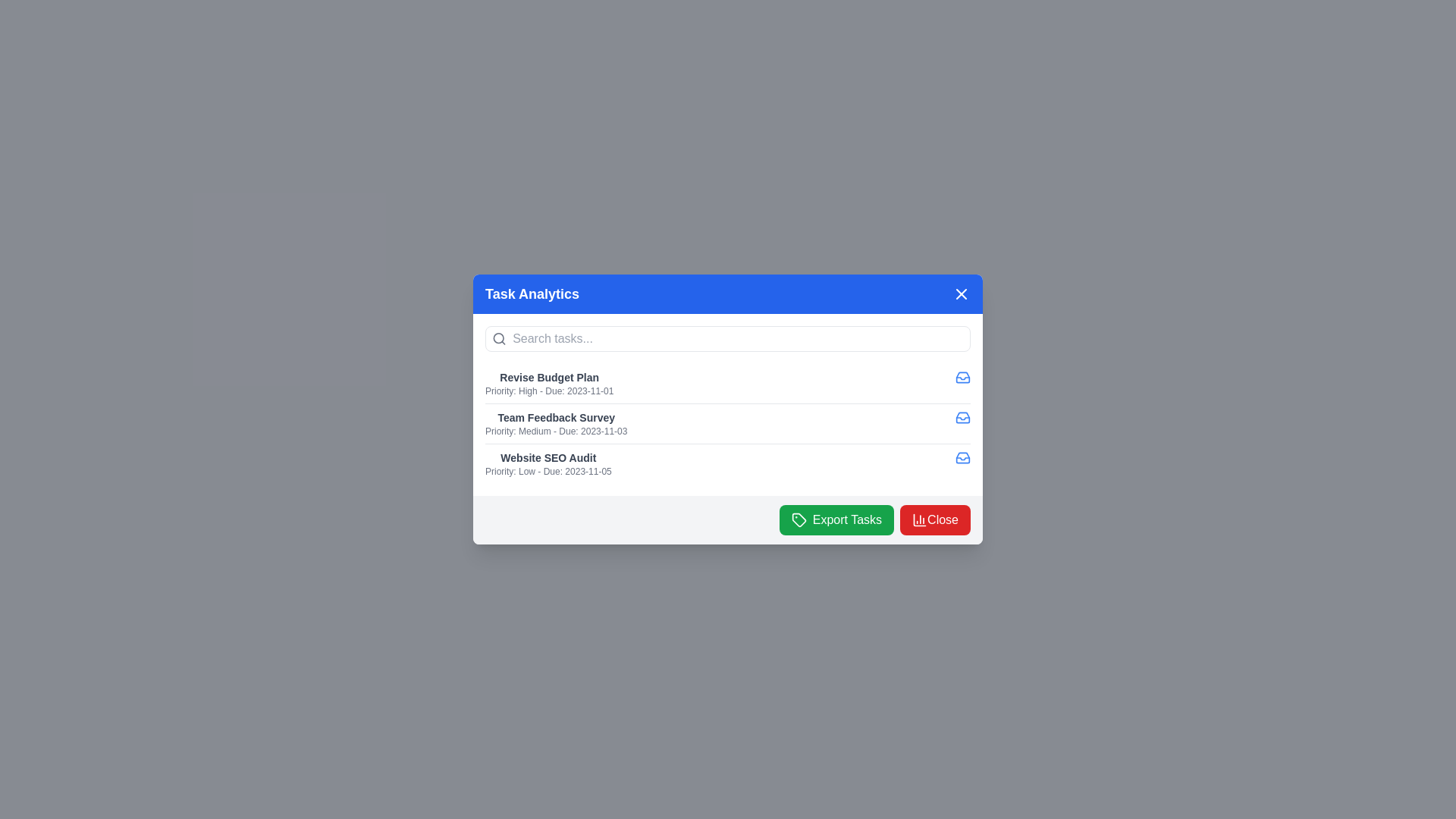 This screenshot has height=819, width=1456. What do you see at coordinates (548, 457) in the screenshot?
I see `text label which serves as the title of the third task in the 'Task Analytics' modal, positioned below 'Team Feedback Survey'` at bounding box center [548, 457].